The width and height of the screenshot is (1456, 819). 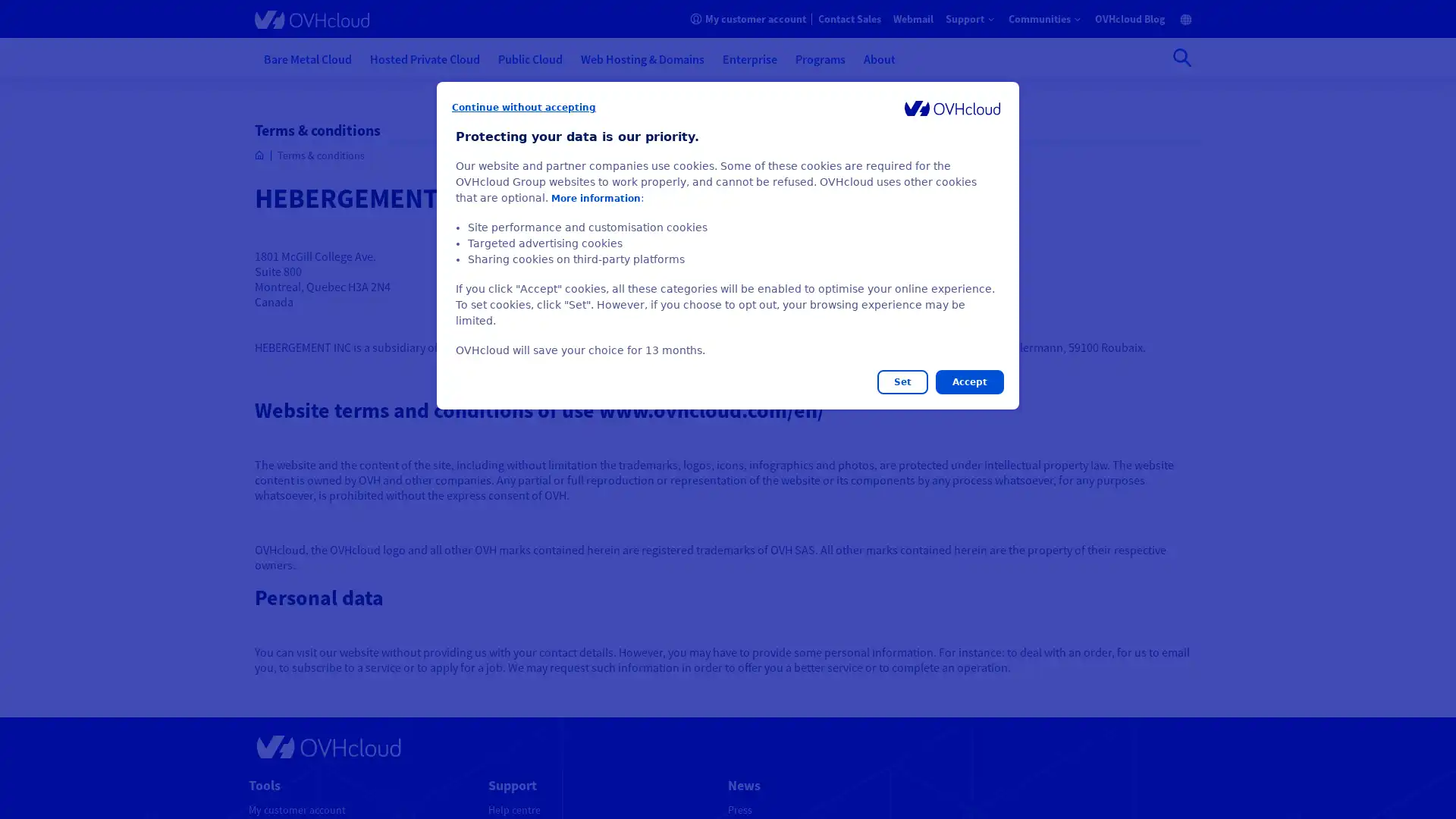 I want to click on Set, so click(x=902, y=381).